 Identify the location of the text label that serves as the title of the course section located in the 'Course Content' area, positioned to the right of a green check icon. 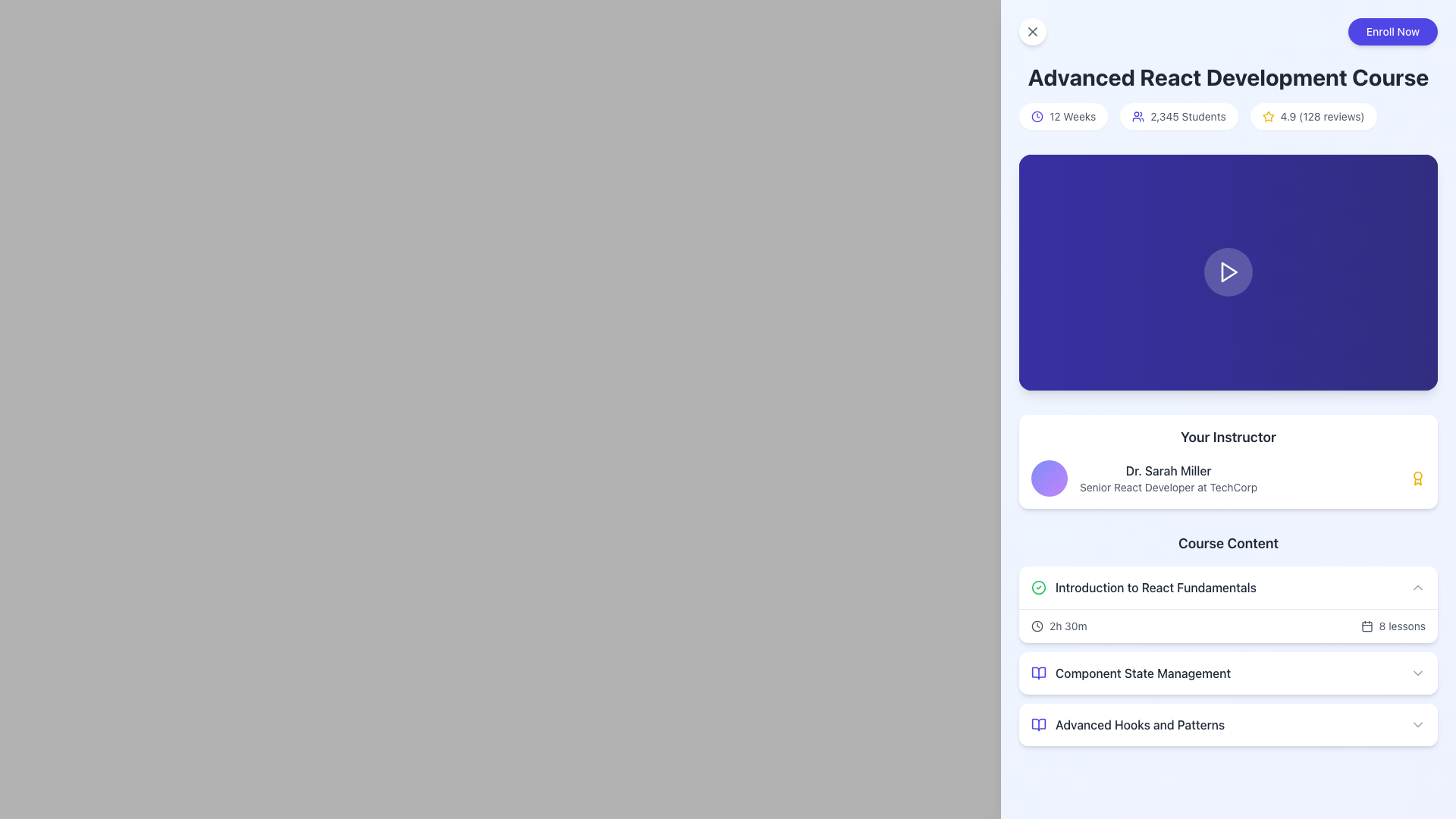
(1155, 586).